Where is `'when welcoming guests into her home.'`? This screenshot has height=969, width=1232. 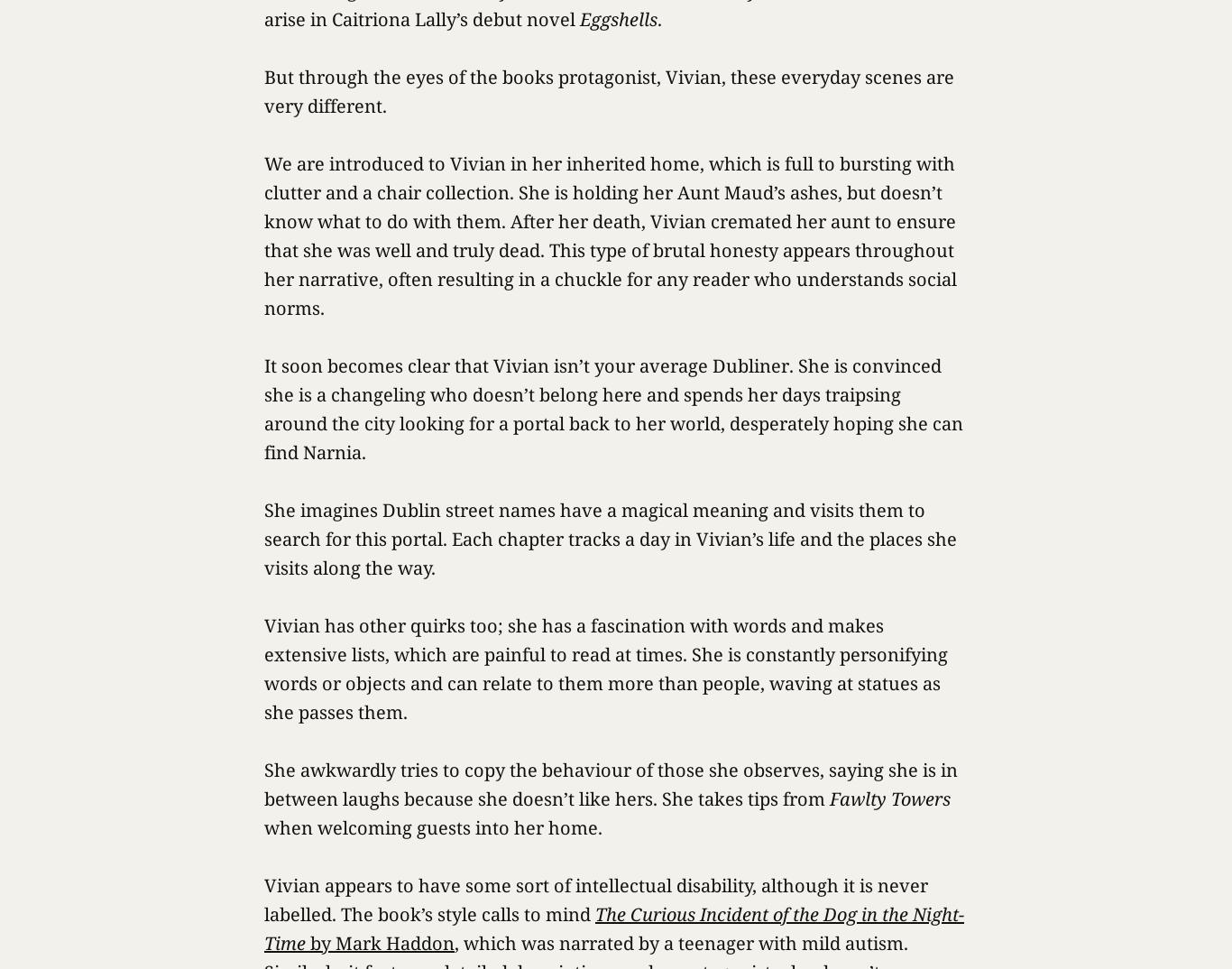
'when welcoming guests into her home.' is located at coordinates (264, 827).